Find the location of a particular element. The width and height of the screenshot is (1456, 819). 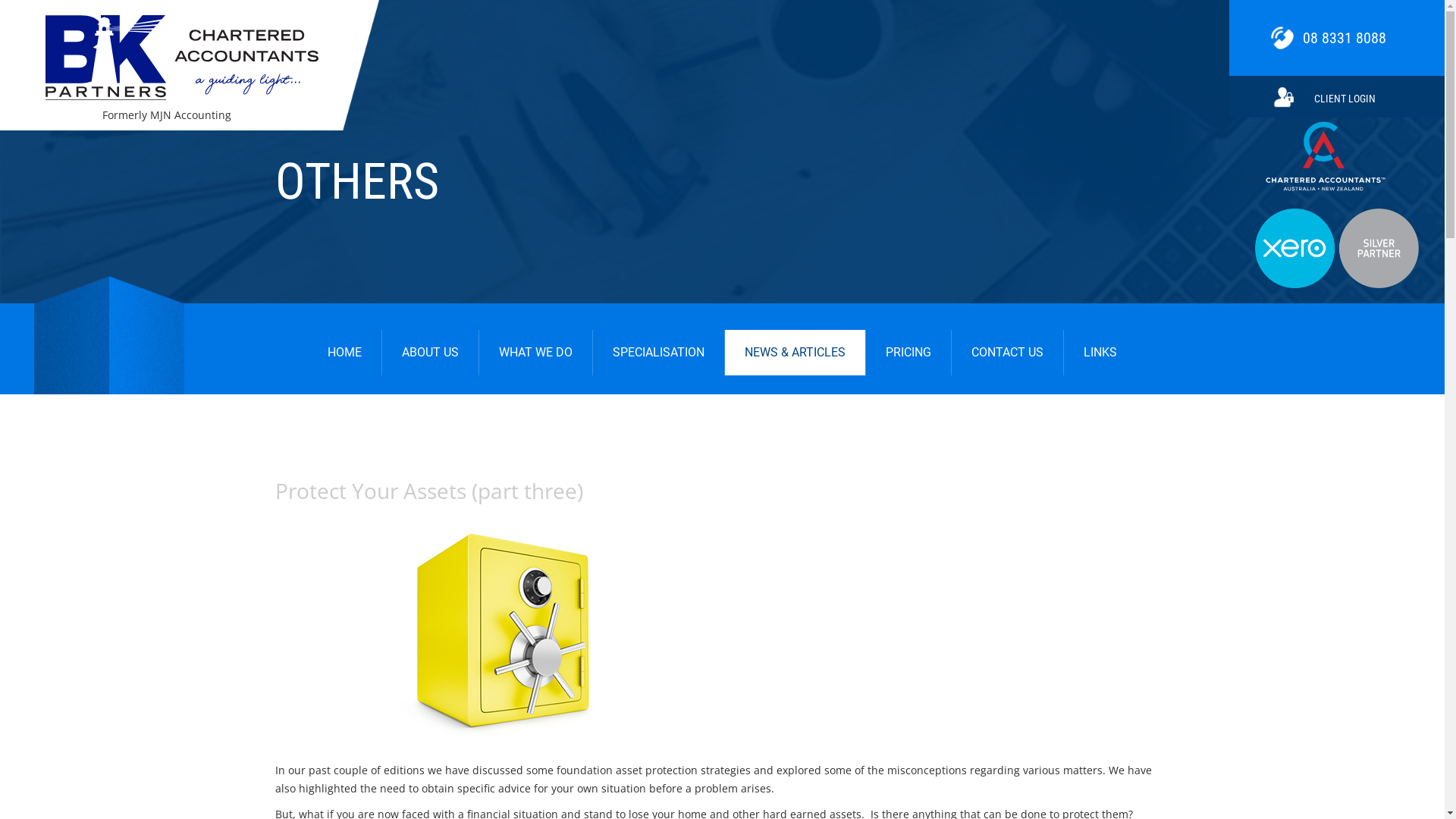

'SPECIALISATION' is located at coordinates (658, 353).